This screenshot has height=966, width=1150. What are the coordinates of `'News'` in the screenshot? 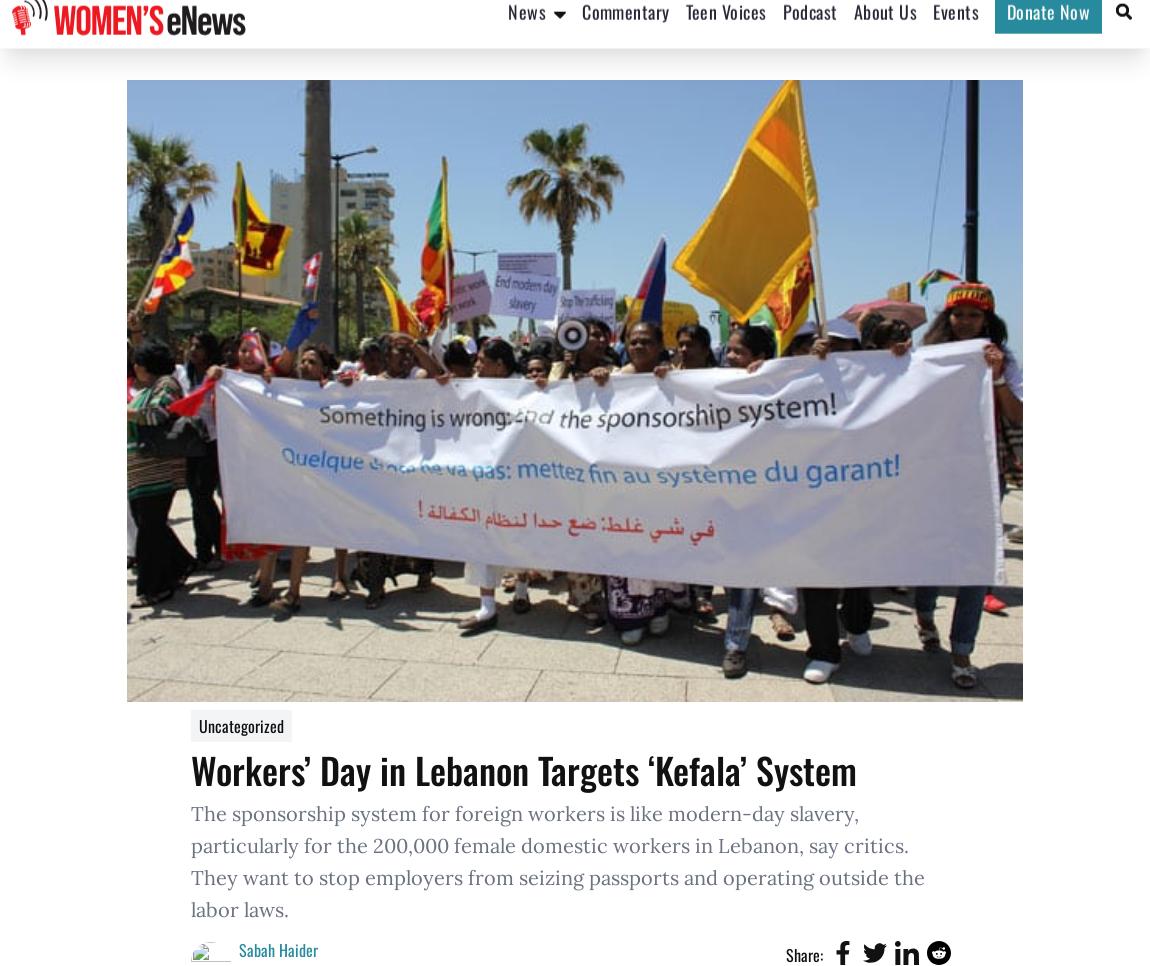 It's located at (527, 33).